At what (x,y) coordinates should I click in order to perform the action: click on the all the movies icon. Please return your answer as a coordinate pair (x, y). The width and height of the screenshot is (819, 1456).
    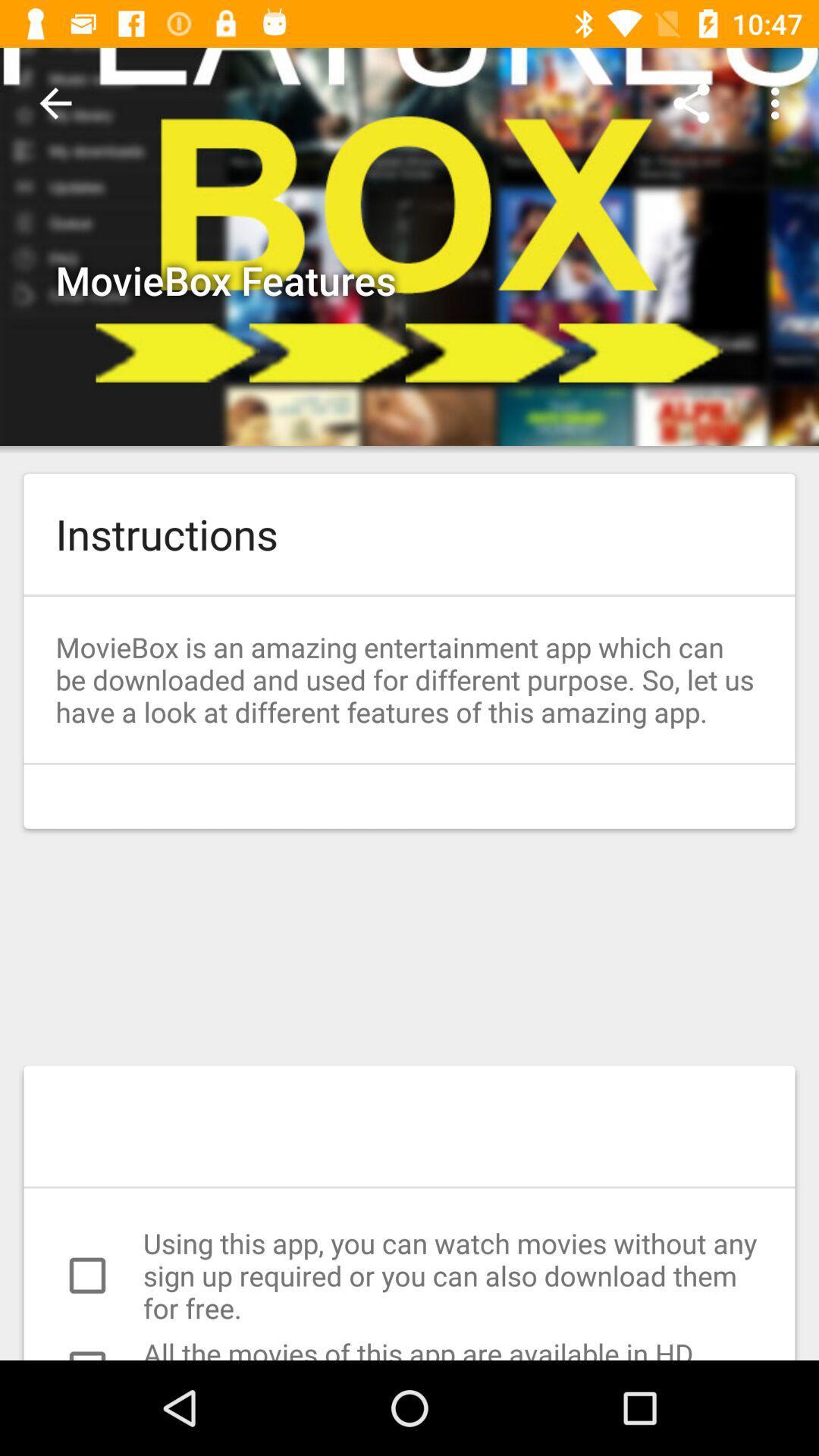
    Looking at the image, I should click on (409, 1348).